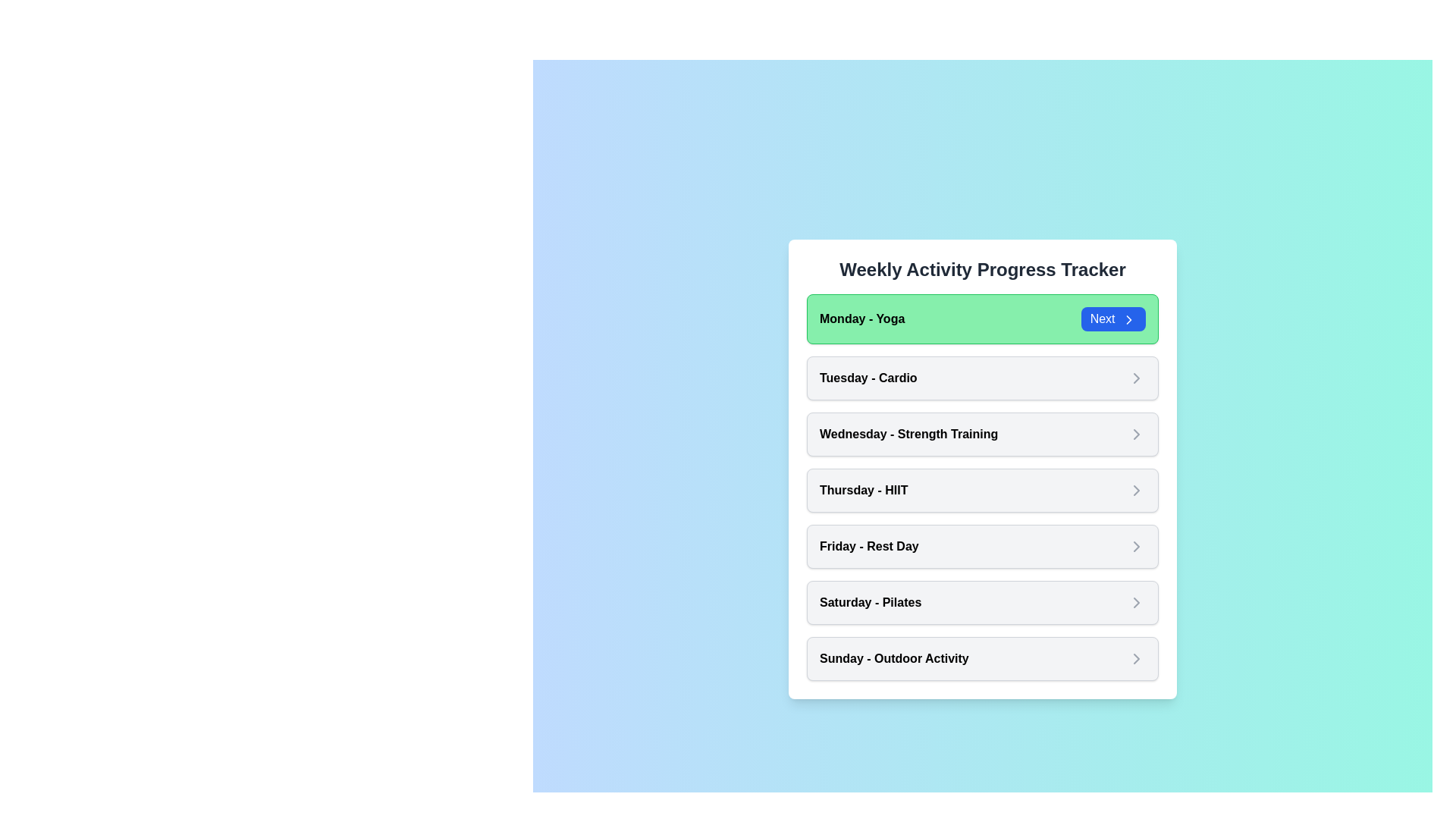 The image size is (1456, 819). Describe the element at coordinates (983, 601) in the screenshot. I see `the sixth card representing 'Saturday - Pilates' in the weekly schedule, positioned between 'Friday - Rest Day' and 'Sunday - Outdoor Activity'` at that location.